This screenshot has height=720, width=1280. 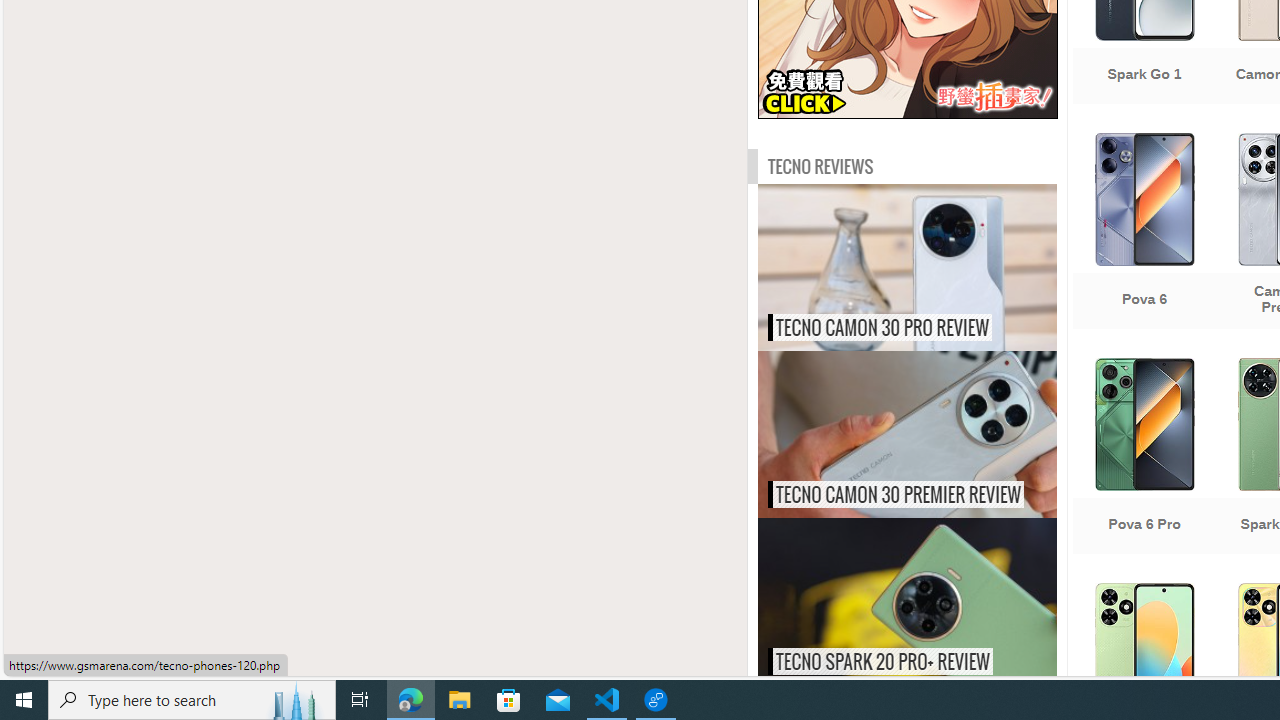 What do you see at coordinates (948, 600) in the screenshot?
I see `'Tecno Spark 20 Pro+ review'` at bounding box center [948, 600].